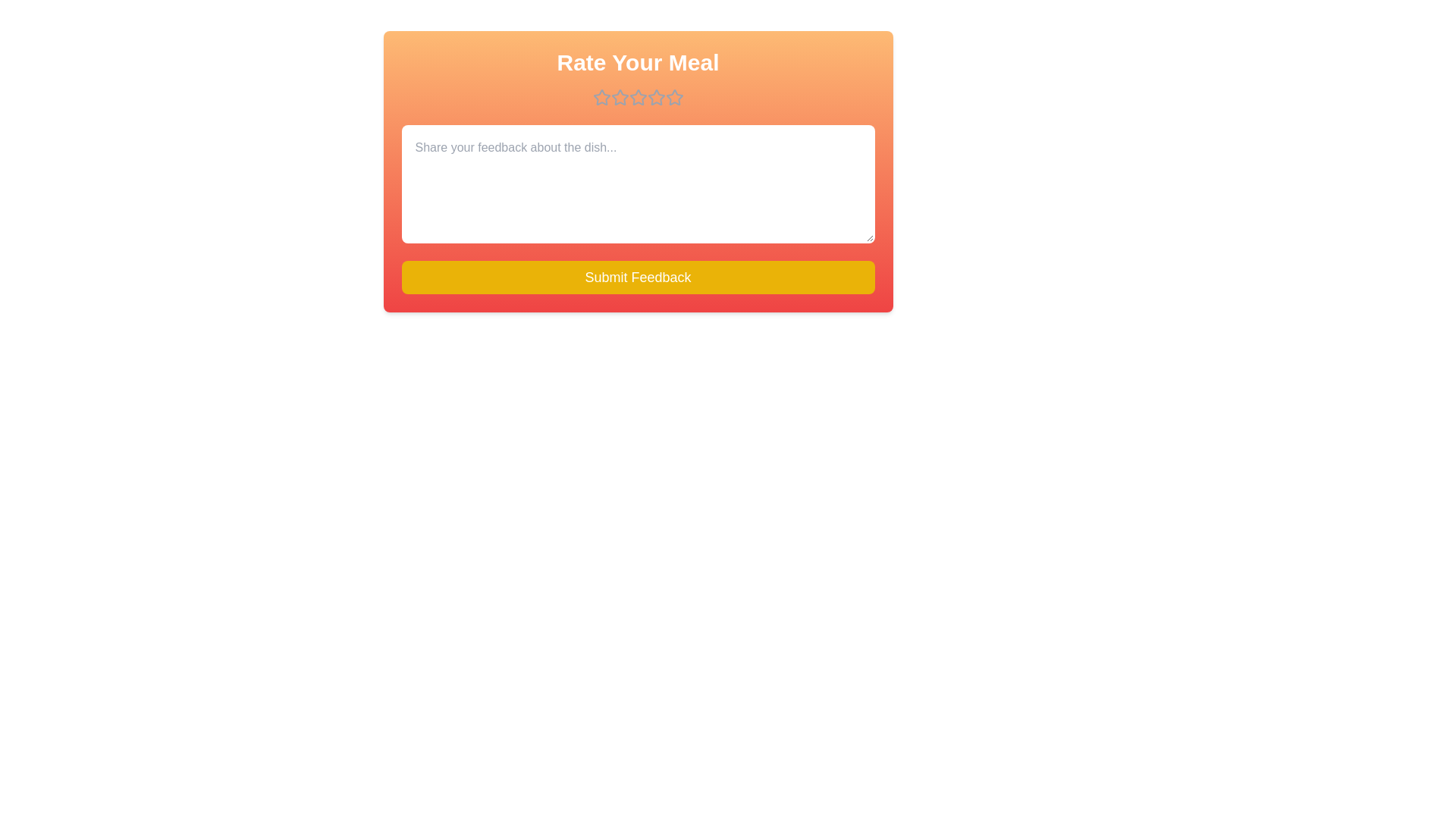 The image size is (1456, 819). I want to click on the star corresponding to 1 to preview the rating, so click(601, 97).